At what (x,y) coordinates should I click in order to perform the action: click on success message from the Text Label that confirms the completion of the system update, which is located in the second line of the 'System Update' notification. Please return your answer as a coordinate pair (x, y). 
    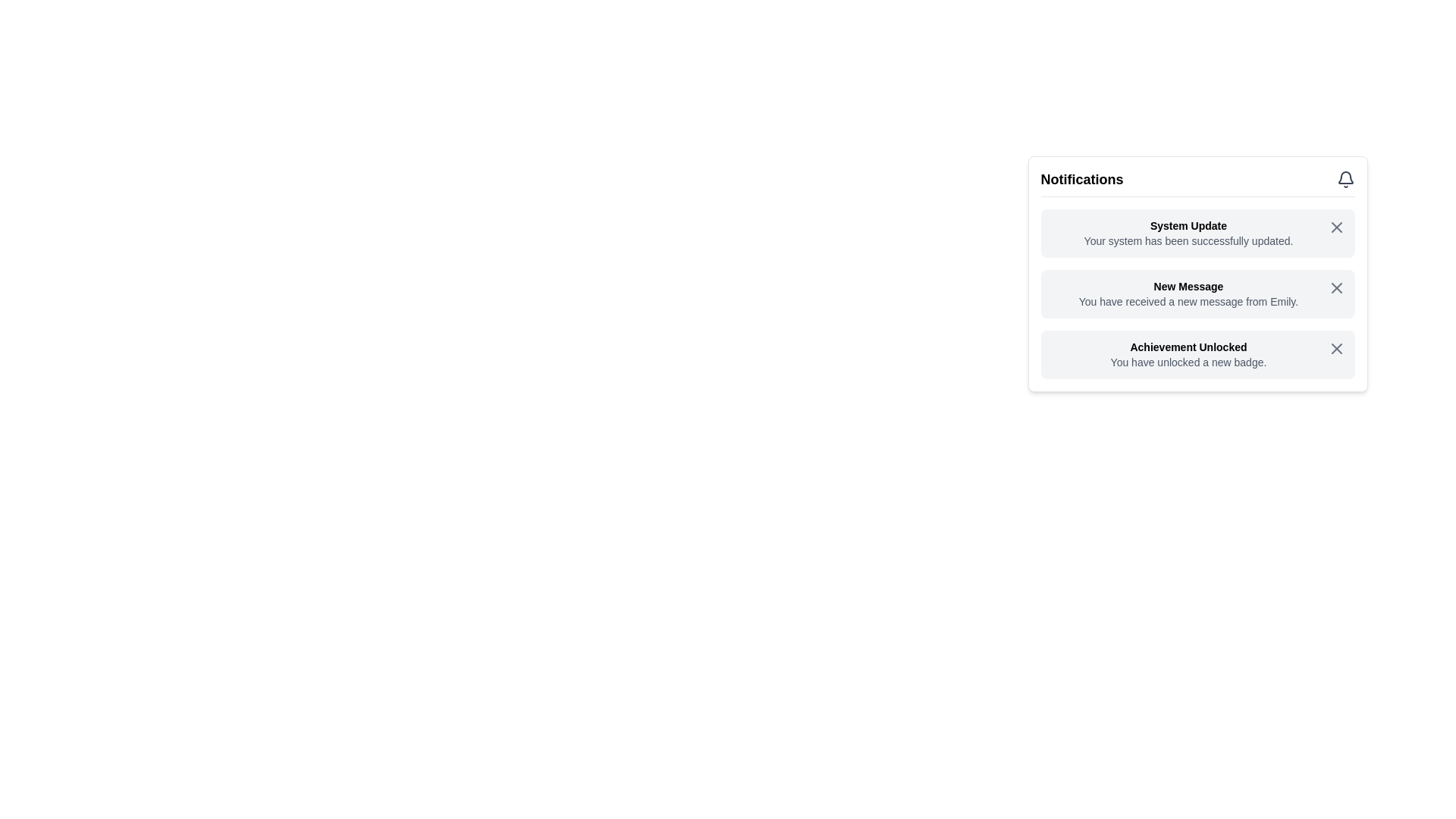
    Looking at the image, I should click on (1188, 240).